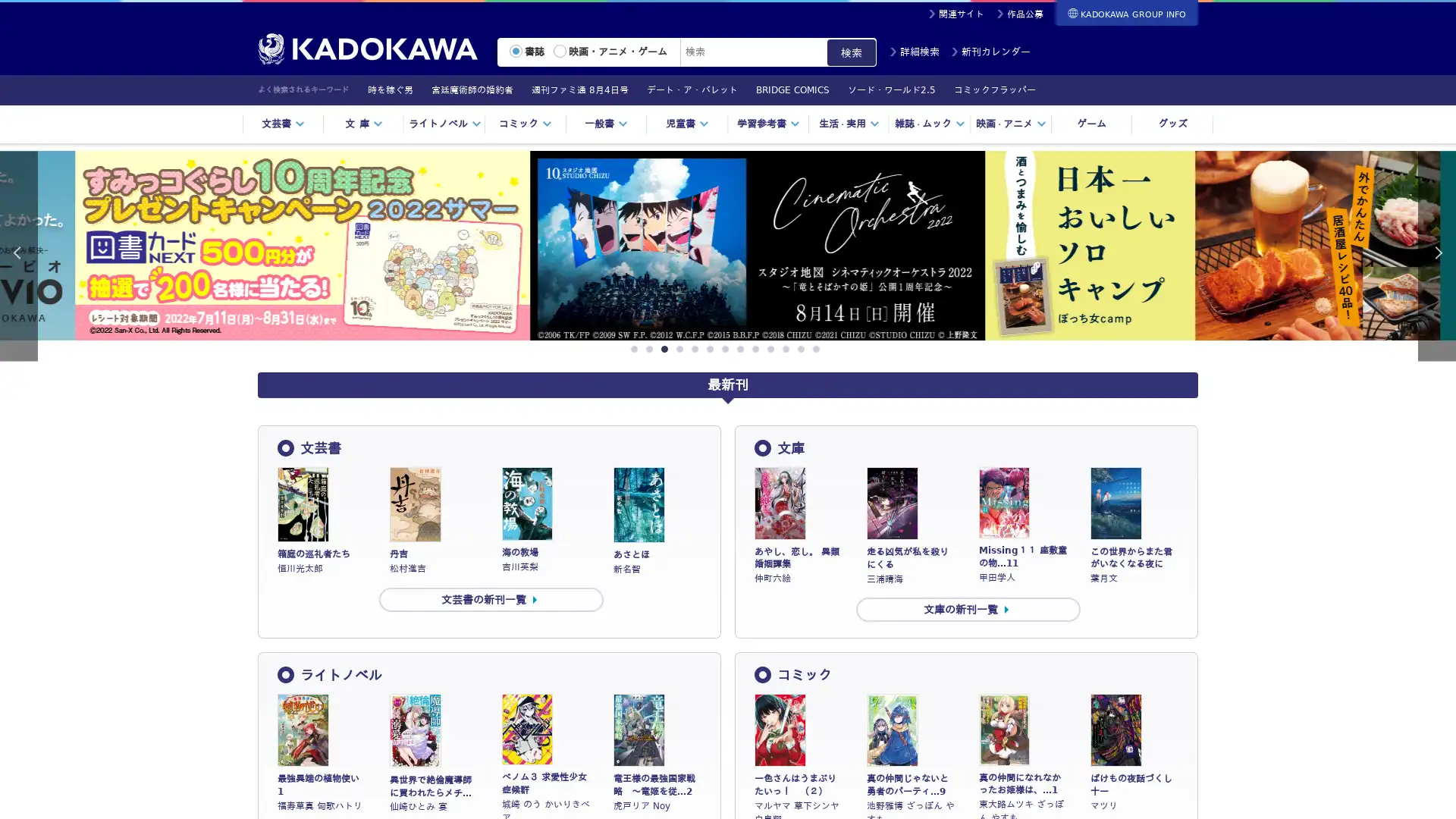 The image size is (1456, 819). I want to click on 1, so click(637, 350).